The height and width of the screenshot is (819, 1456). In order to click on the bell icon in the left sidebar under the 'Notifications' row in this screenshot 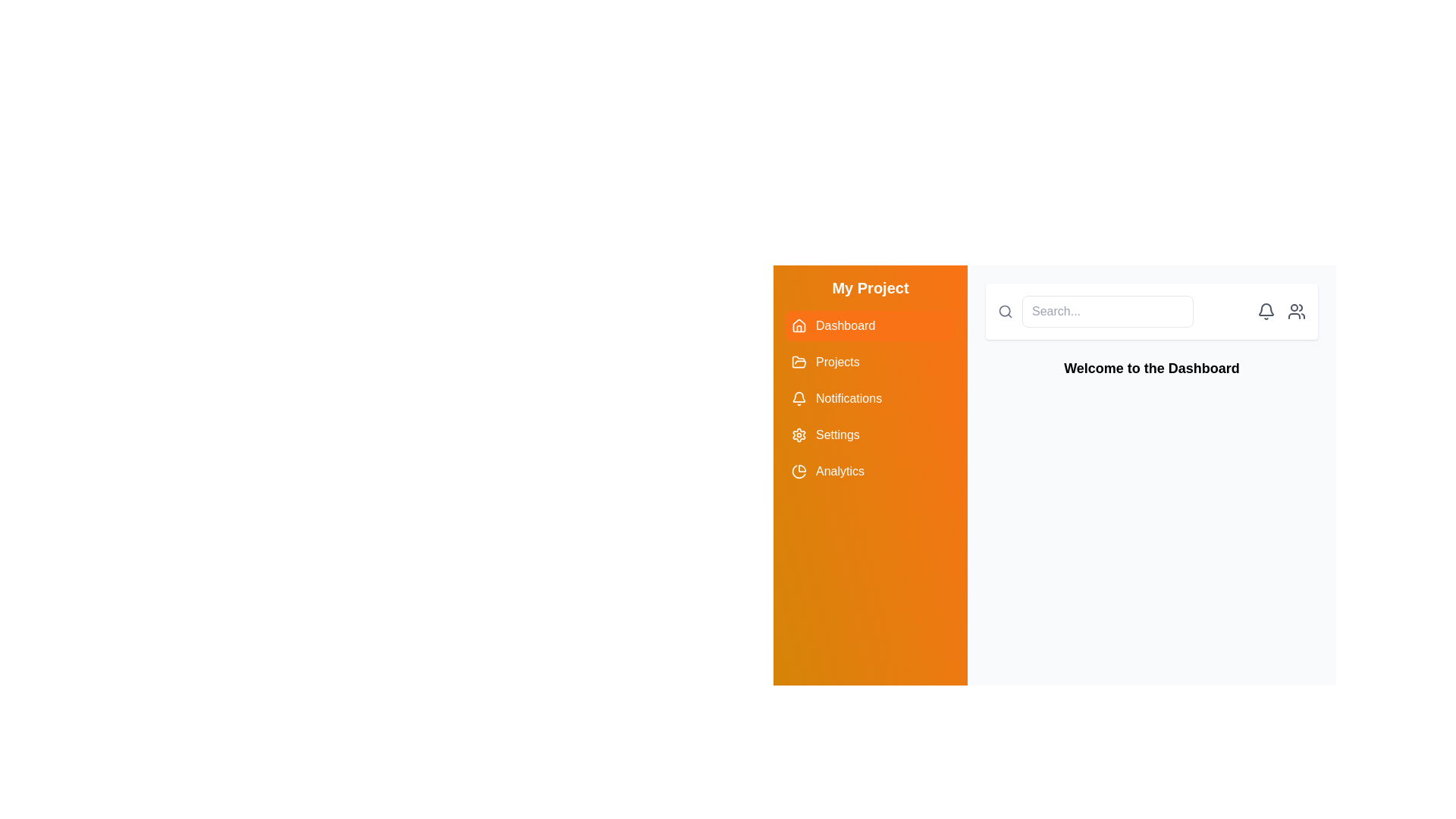, I will do `click(799, 397)`.